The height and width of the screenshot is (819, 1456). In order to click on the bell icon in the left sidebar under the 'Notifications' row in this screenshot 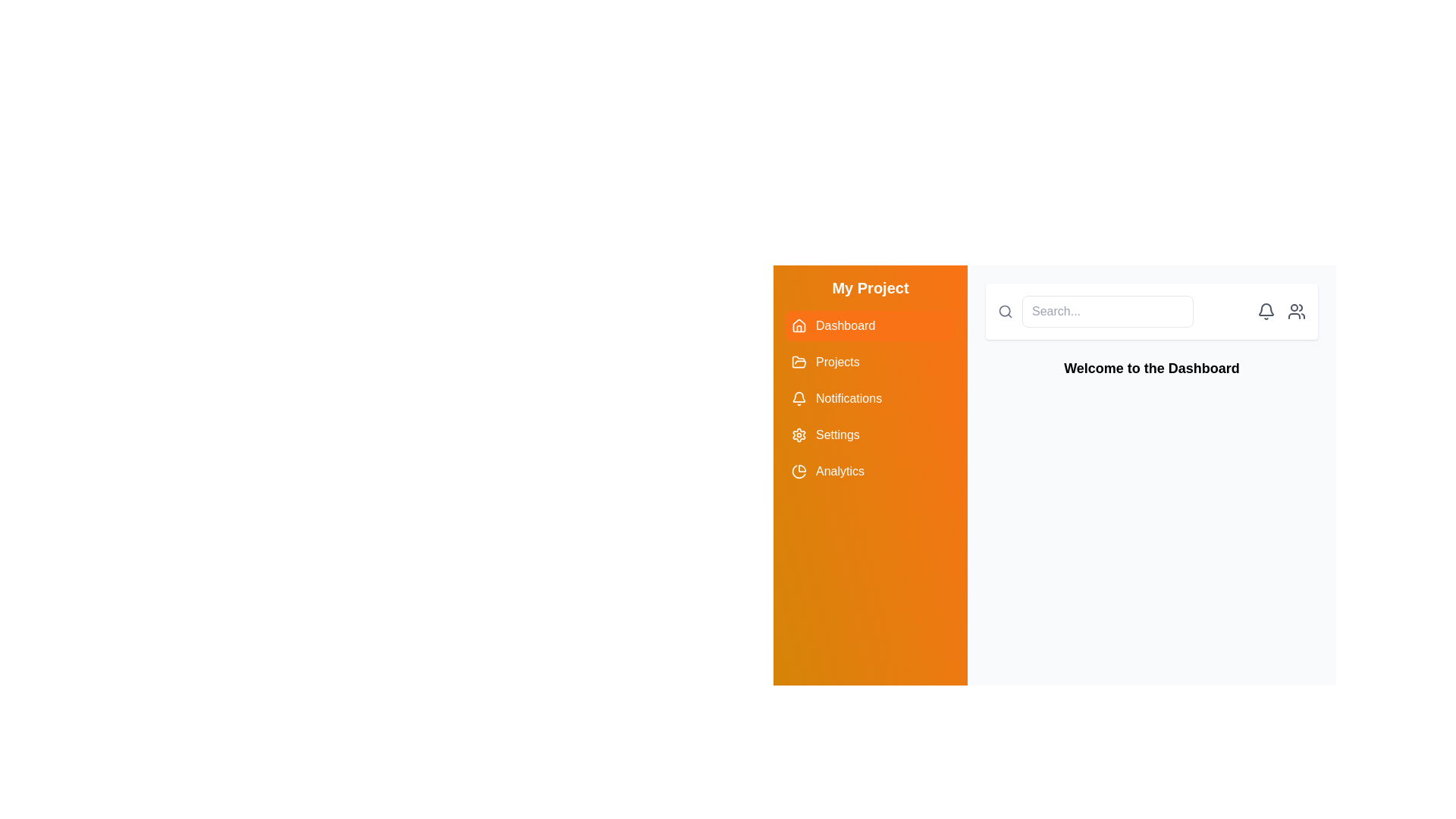, I will do `click(799, 397)`.